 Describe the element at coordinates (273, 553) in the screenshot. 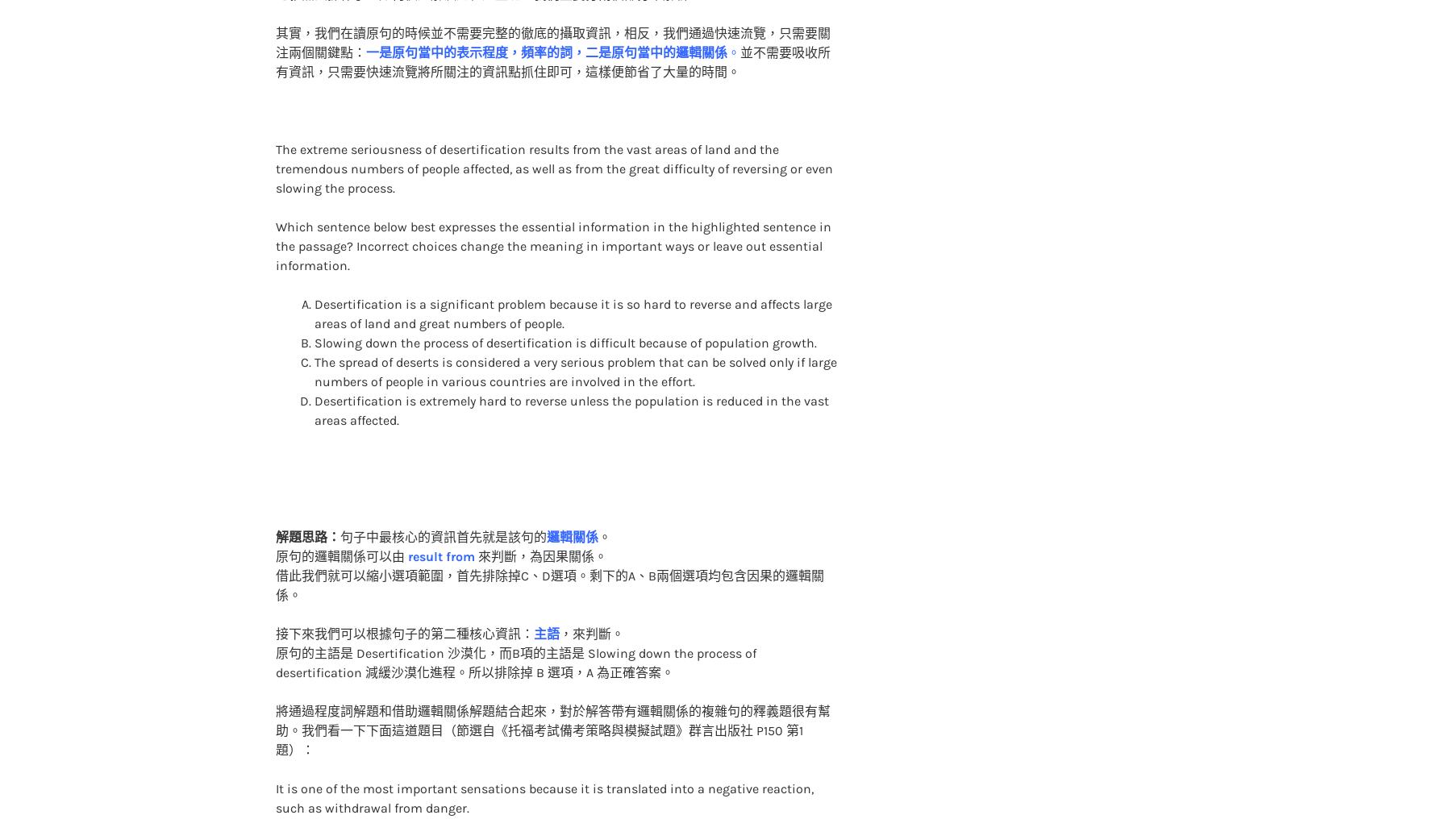

I see `'借此我們就可以縮小選項範圍，首先排除掉C、D選項。剩下的A、B兩個選項均包含因果的邏輯關係。'` at that location.